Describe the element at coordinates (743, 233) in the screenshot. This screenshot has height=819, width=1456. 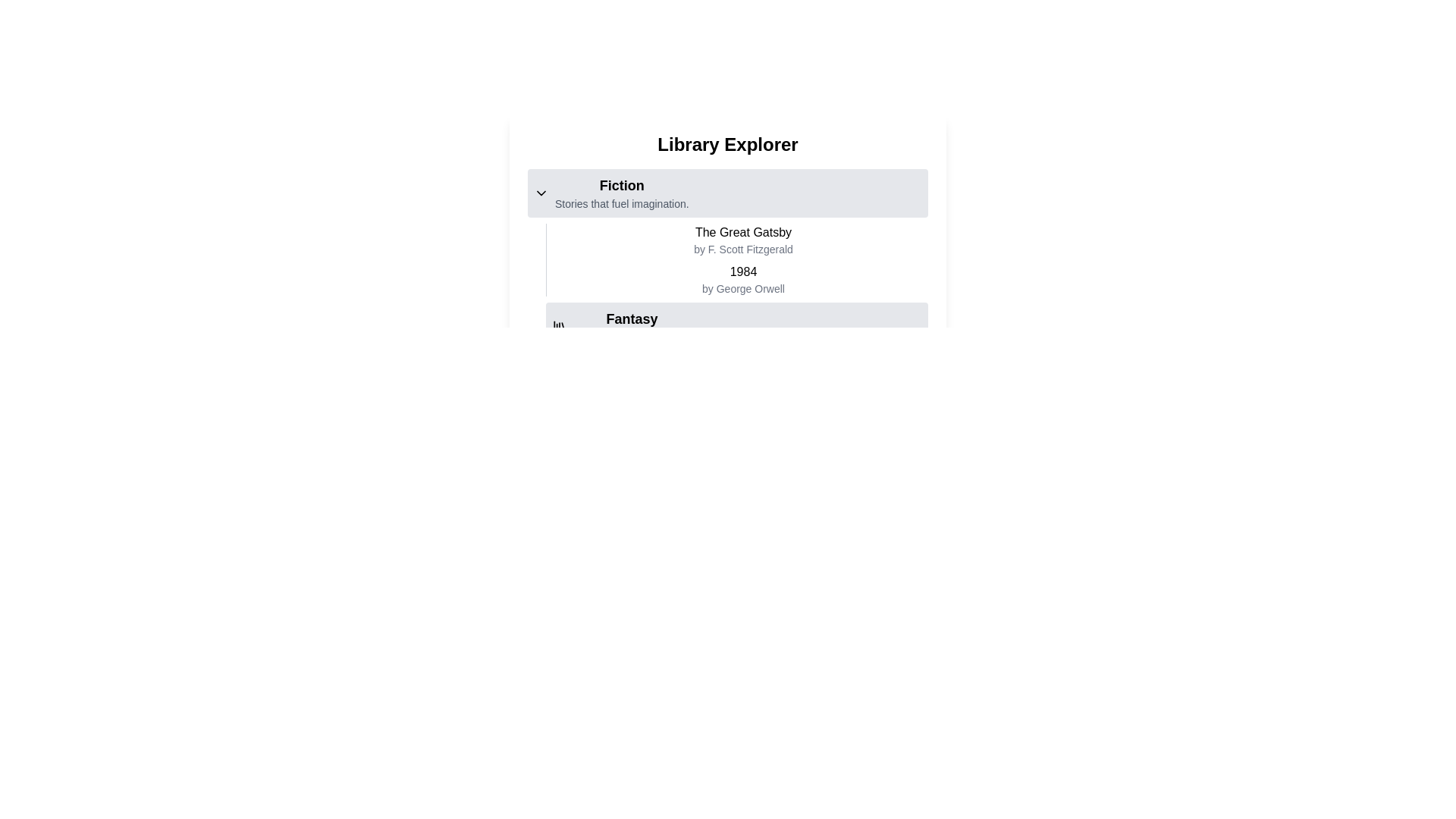
I see `the static text element displaying the title 'The Great Gatsby', which is styled with medium font weight and centered under the 'Fiction' header` at that location.